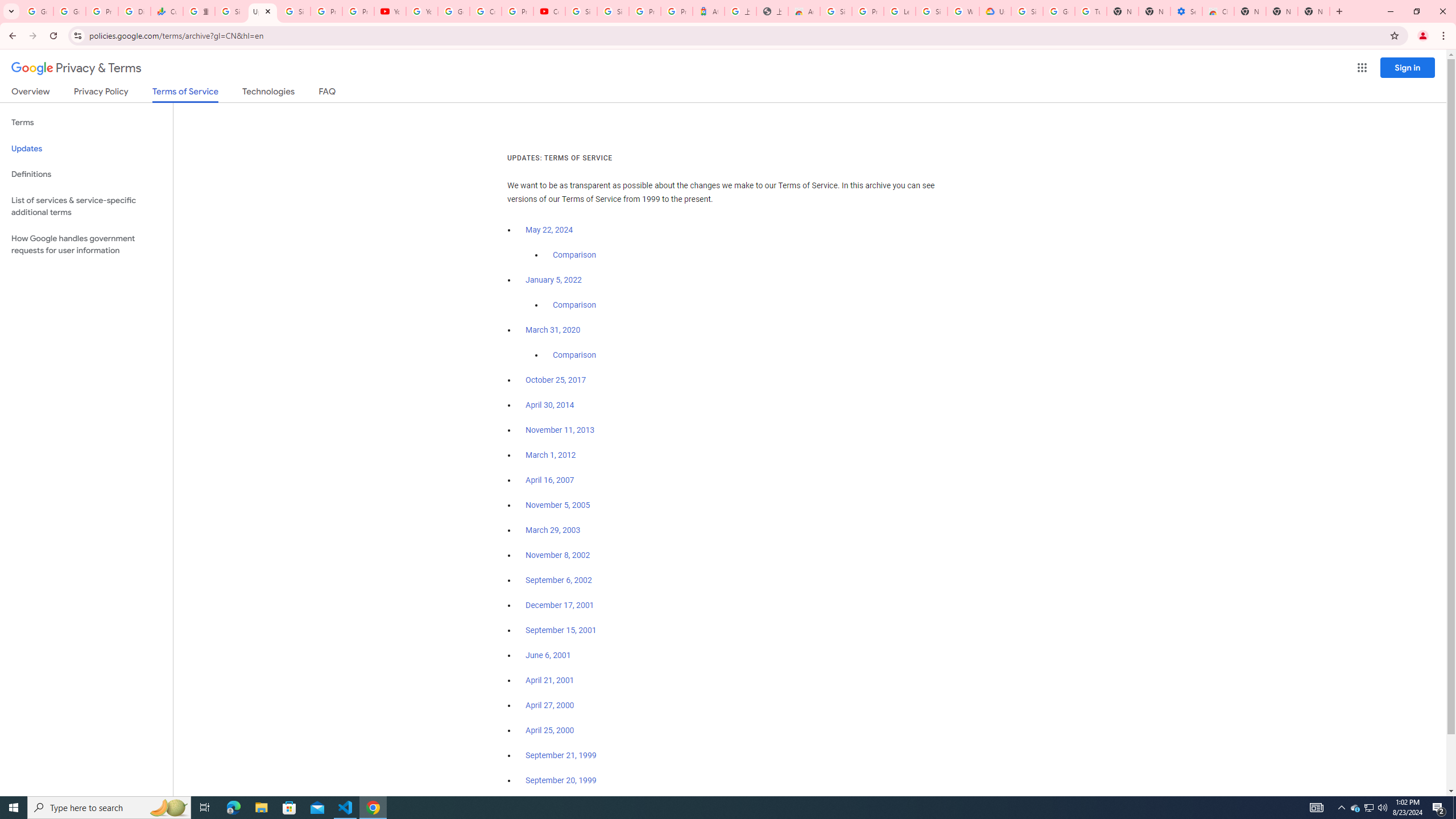  Describe the element at coordinates (559, 605) in the screenshot. I see `'December 17, 2001'` at that location.